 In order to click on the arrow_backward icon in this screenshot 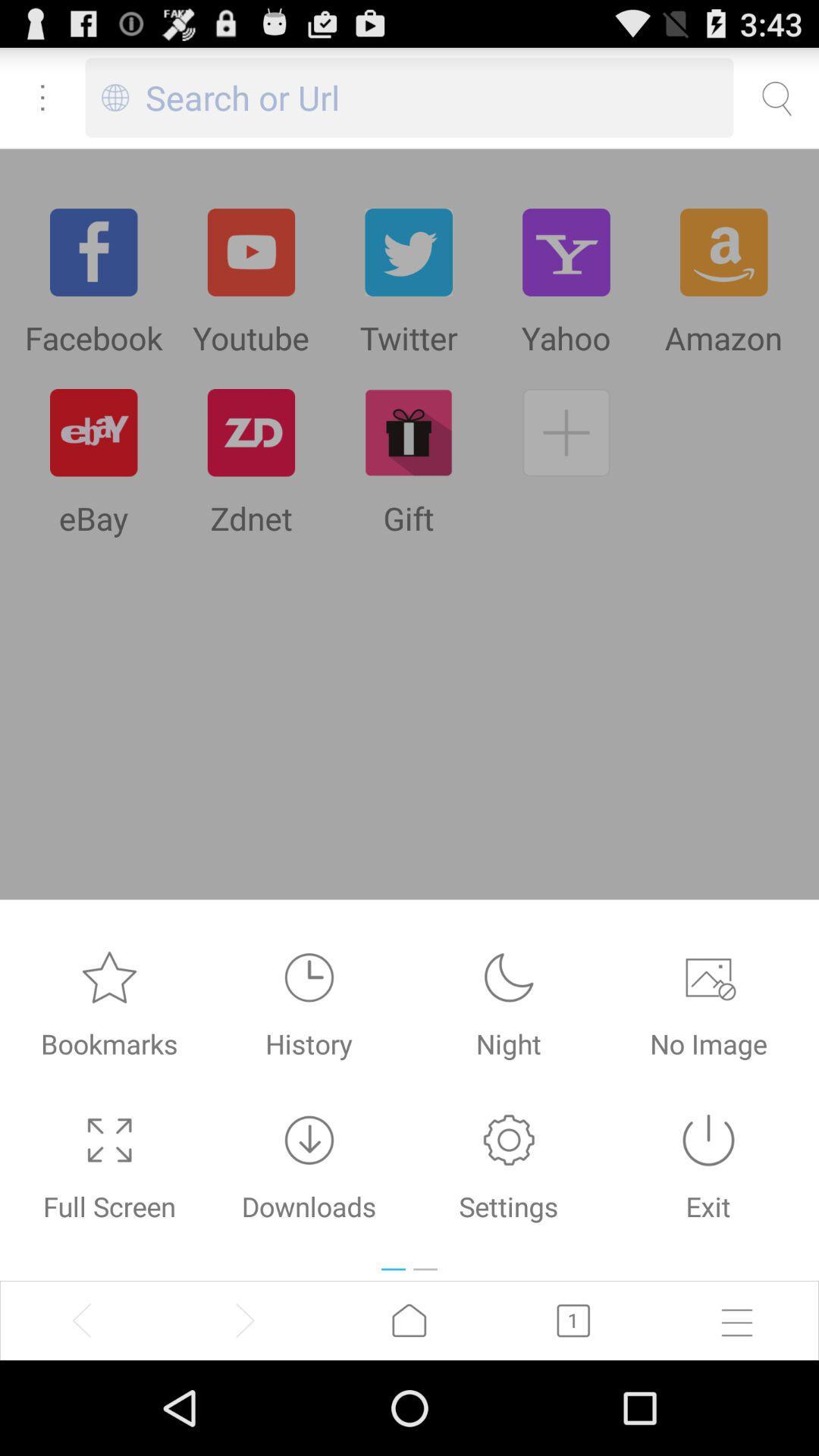, I will do `click(82, 1412)`.